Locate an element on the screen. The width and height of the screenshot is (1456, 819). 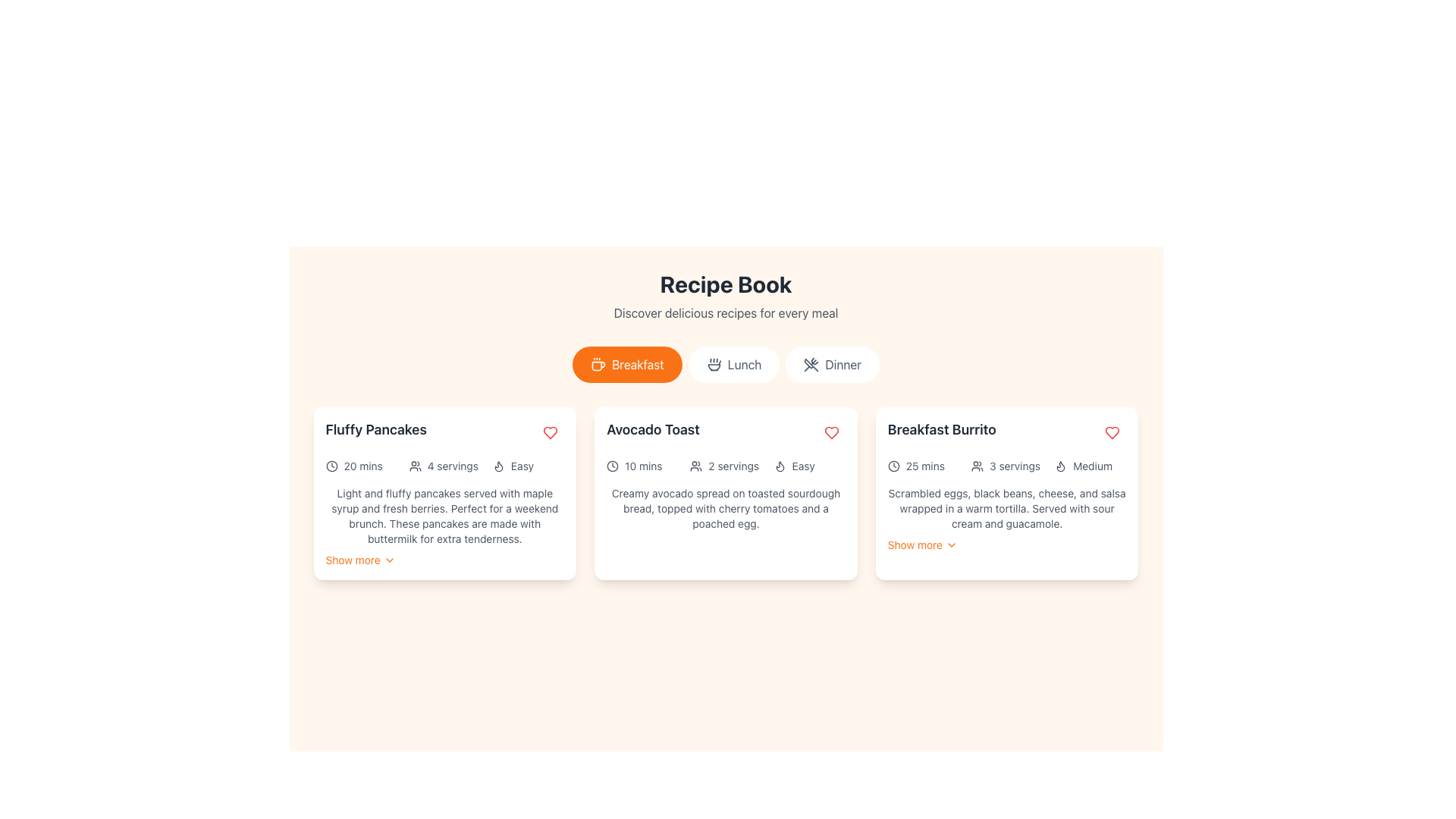
the user icon, which is a simplified wireframe illustration of two overlapping circles, located to the left of the text '3 servings' in the UI of the 'Breakfast Burrito' card is located at coordinates (977, 465).